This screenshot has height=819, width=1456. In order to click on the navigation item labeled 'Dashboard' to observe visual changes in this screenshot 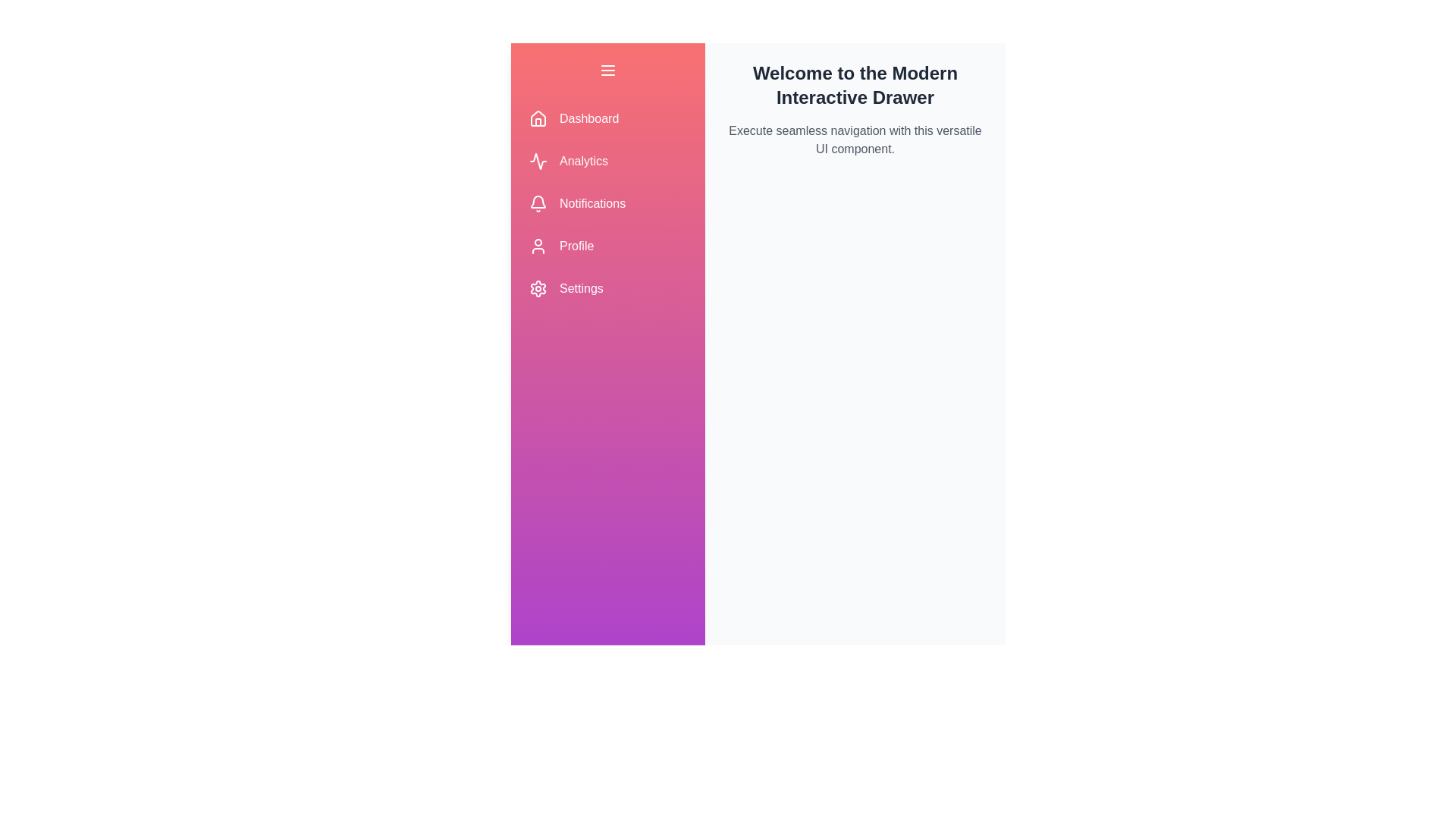, I will do `click(607, 118)`.